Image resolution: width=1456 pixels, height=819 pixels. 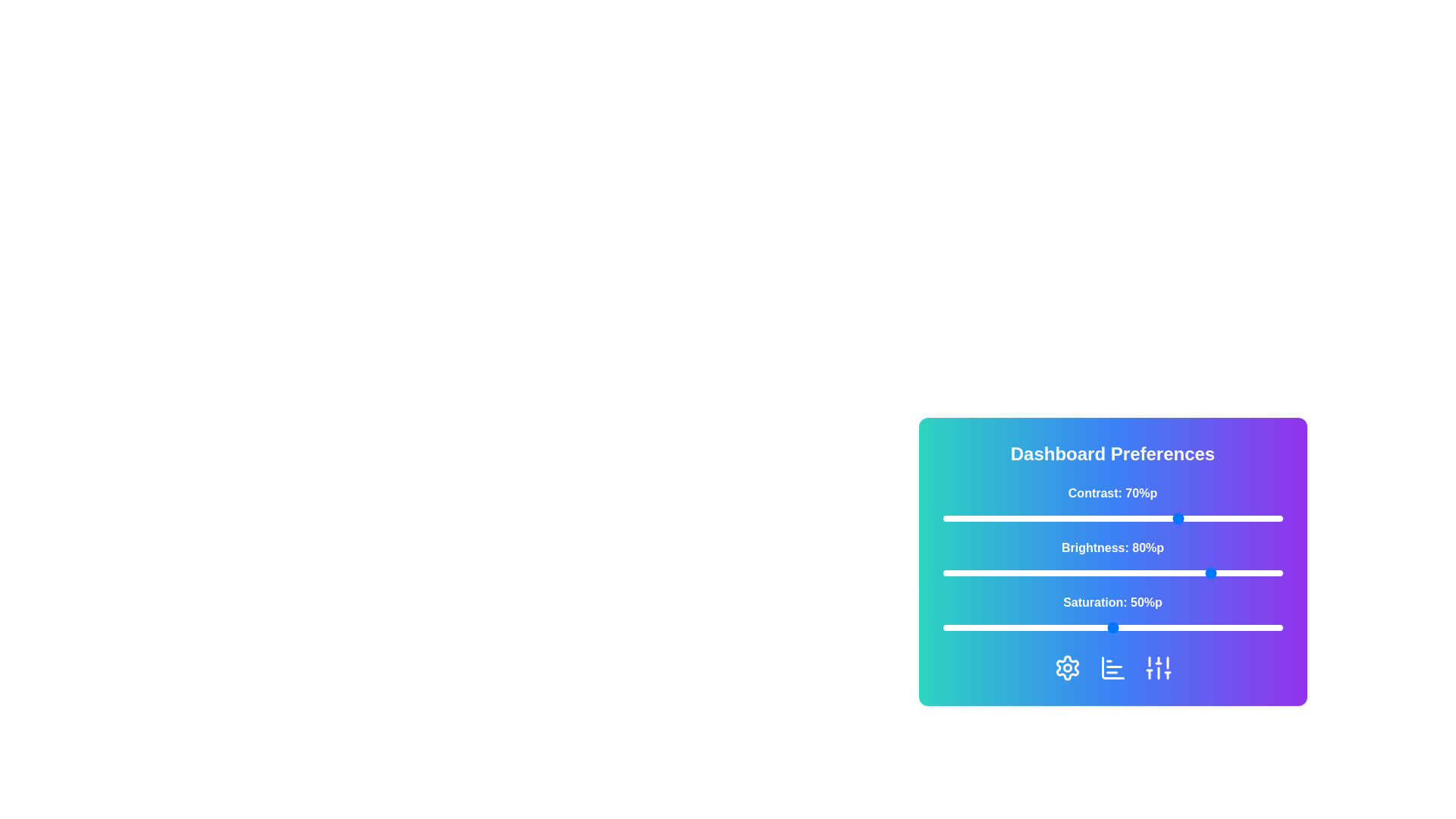 I want to click on the 'Saturation' slider to 97%, so click(x=1272, y=628).